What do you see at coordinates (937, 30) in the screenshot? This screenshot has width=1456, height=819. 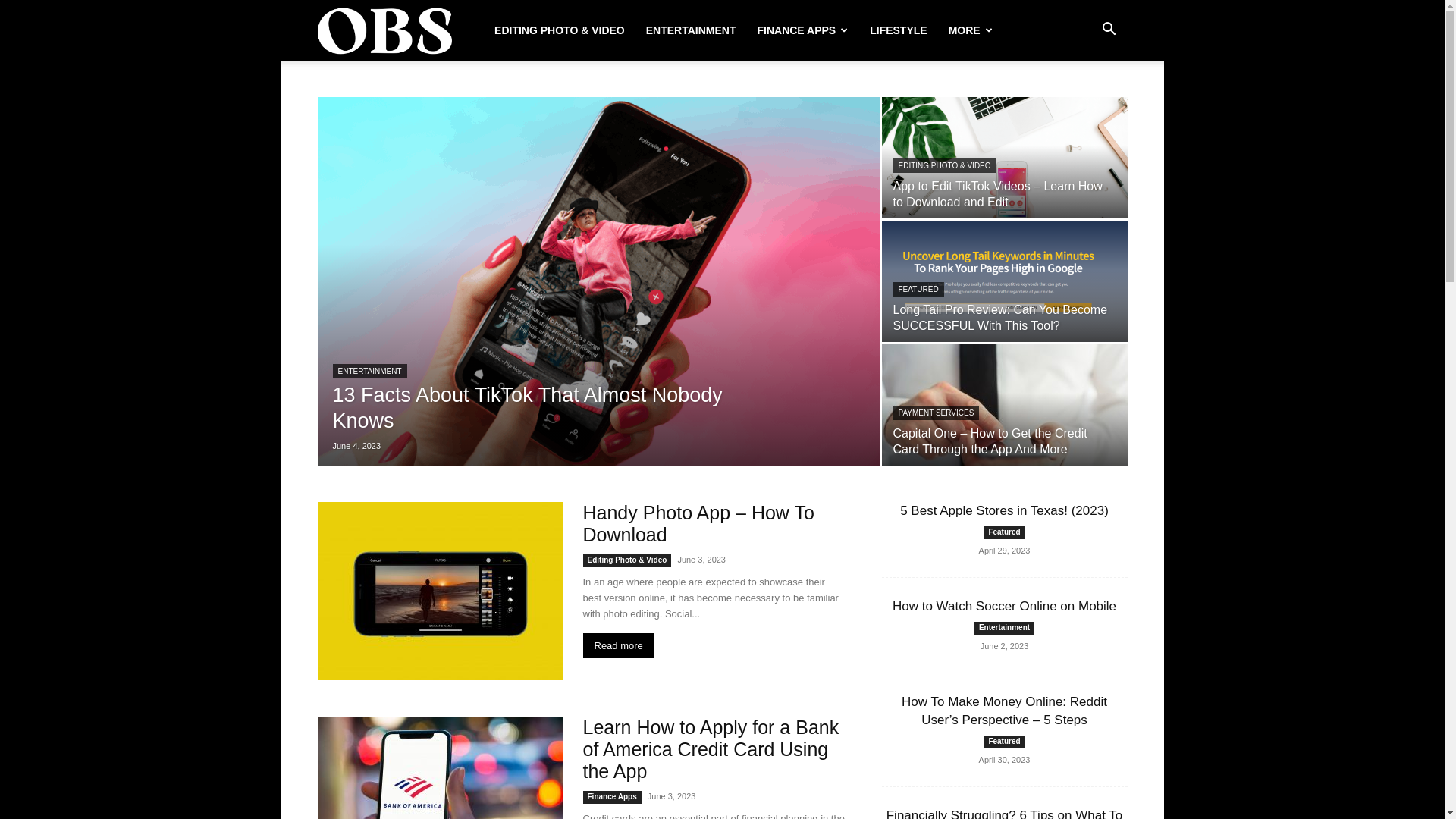 I see `'MORE'` at bounding box center [937, 30].